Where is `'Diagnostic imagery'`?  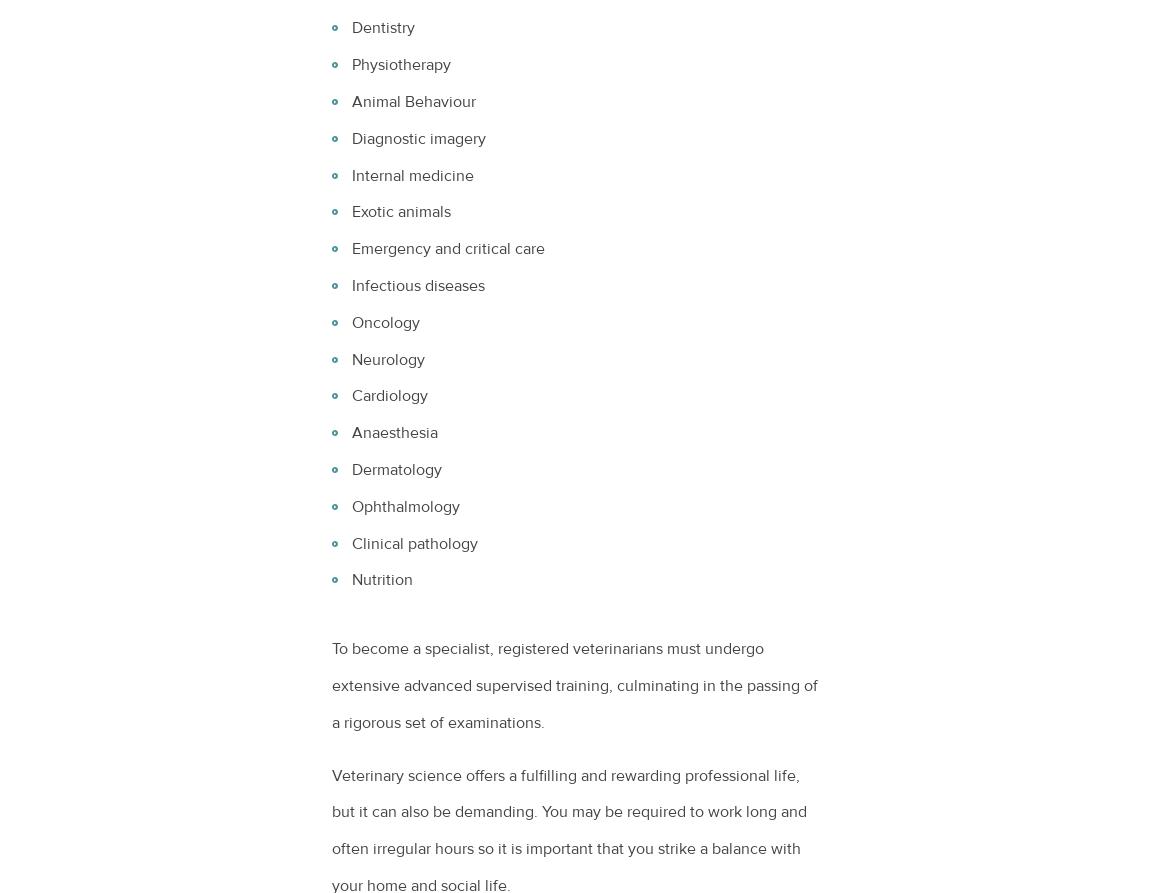 'Diagnostic imagery' is located at coordinates (418, 137).